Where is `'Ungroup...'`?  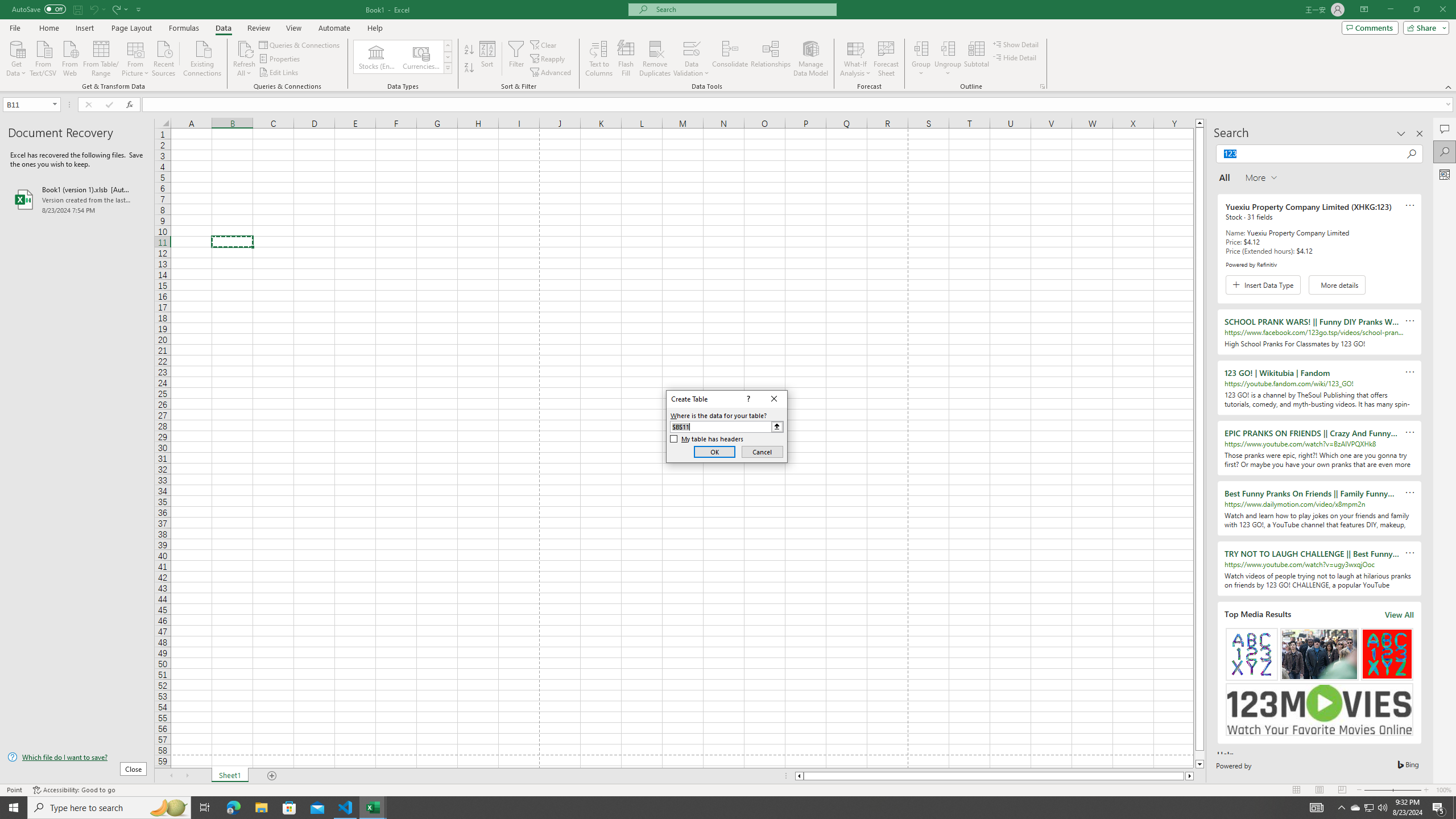 'Ungroup...' is located at coordinates (948, 48).